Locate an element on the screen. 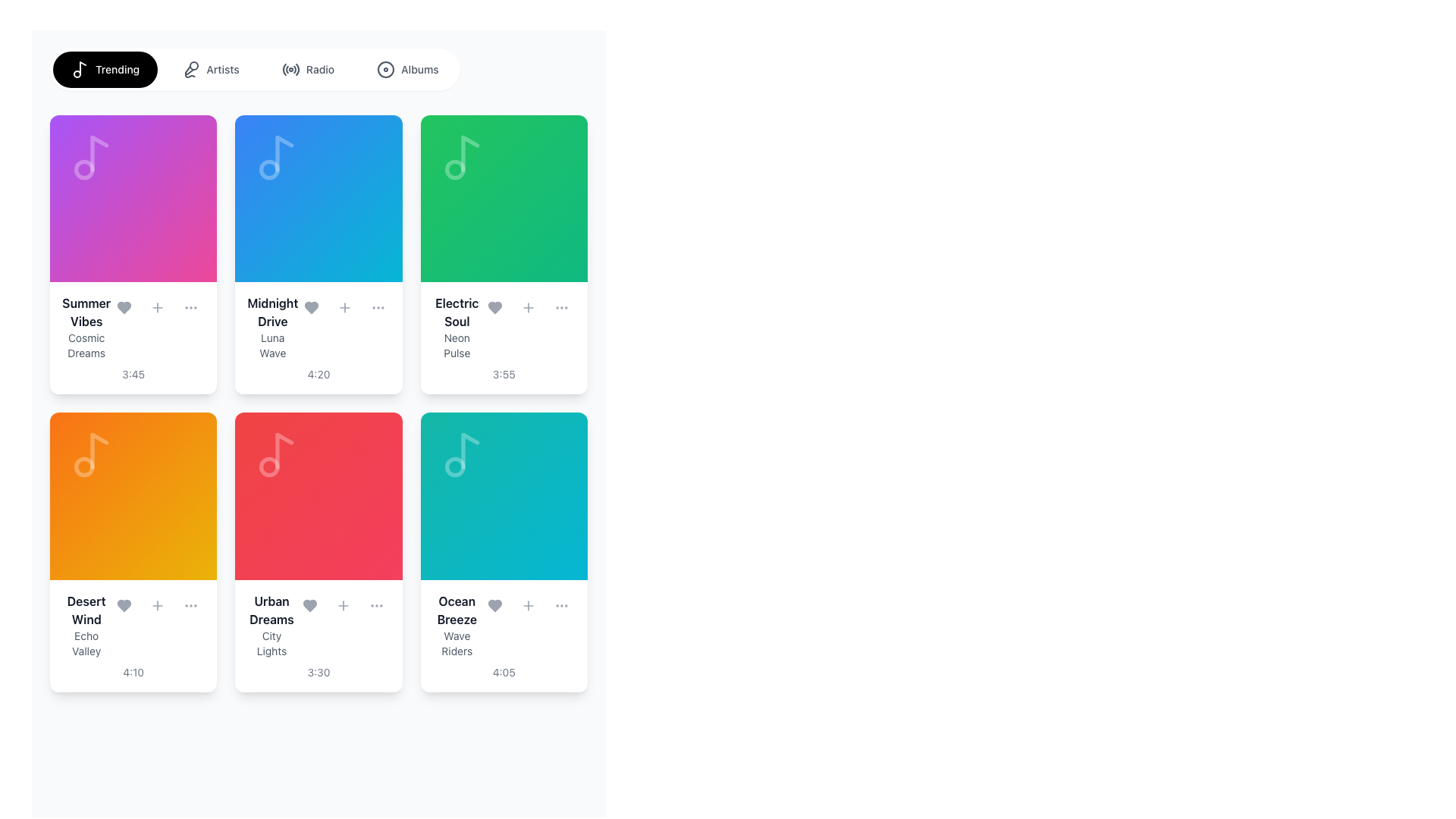 The image size is (1456, 819). the menu trigger icon located in the bottom-right corner of the 'Ocean Breeze' album card is located at coordinates (560, 604).